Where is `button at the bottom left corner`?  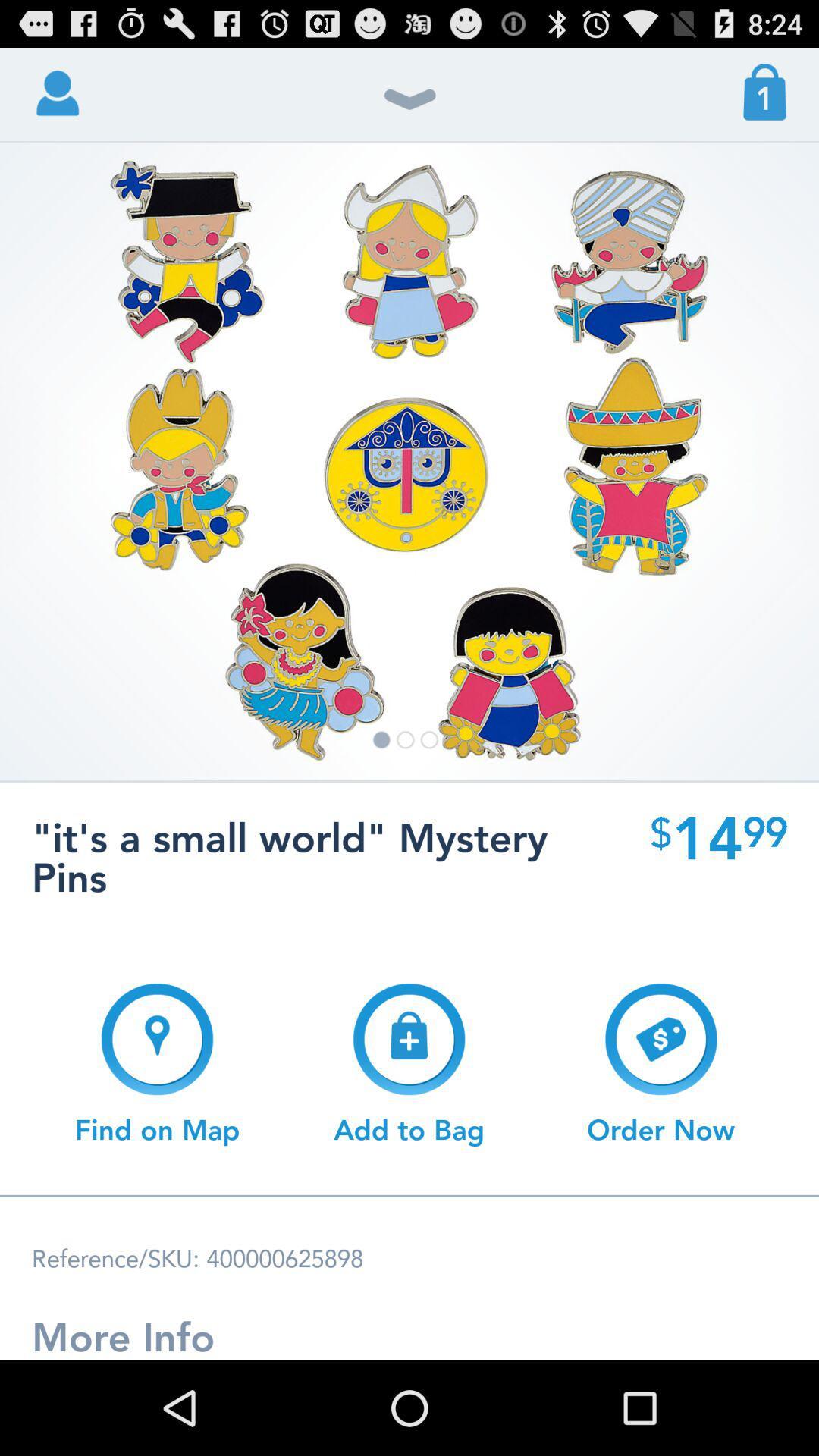 button at the bottom left corner is located at coordinates (157, 1063).